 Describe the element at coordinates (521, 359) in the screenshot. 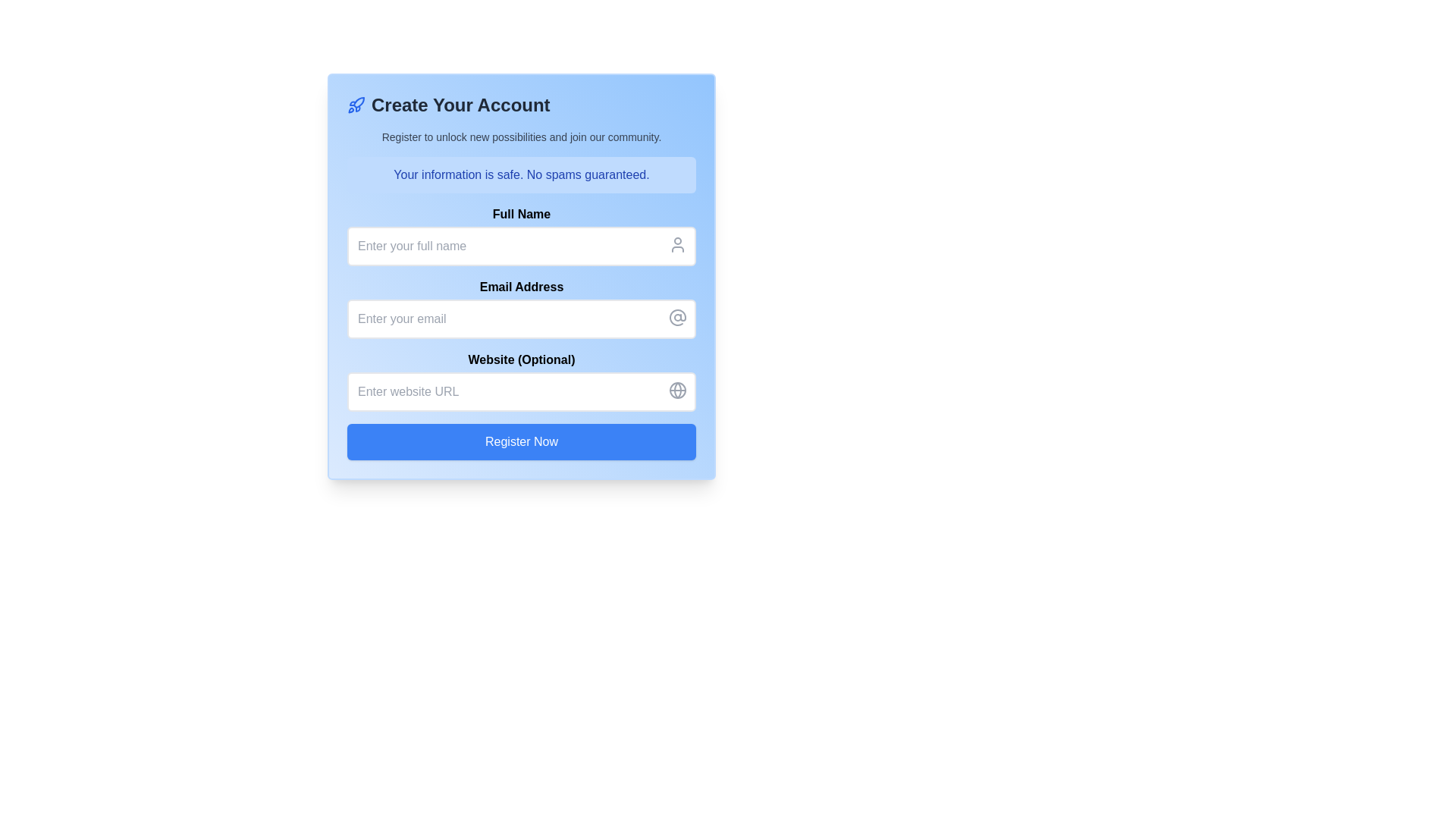

I see `the label reading 'Website (Optional)' which is styled in bold and positioned above a text input field` at that location.